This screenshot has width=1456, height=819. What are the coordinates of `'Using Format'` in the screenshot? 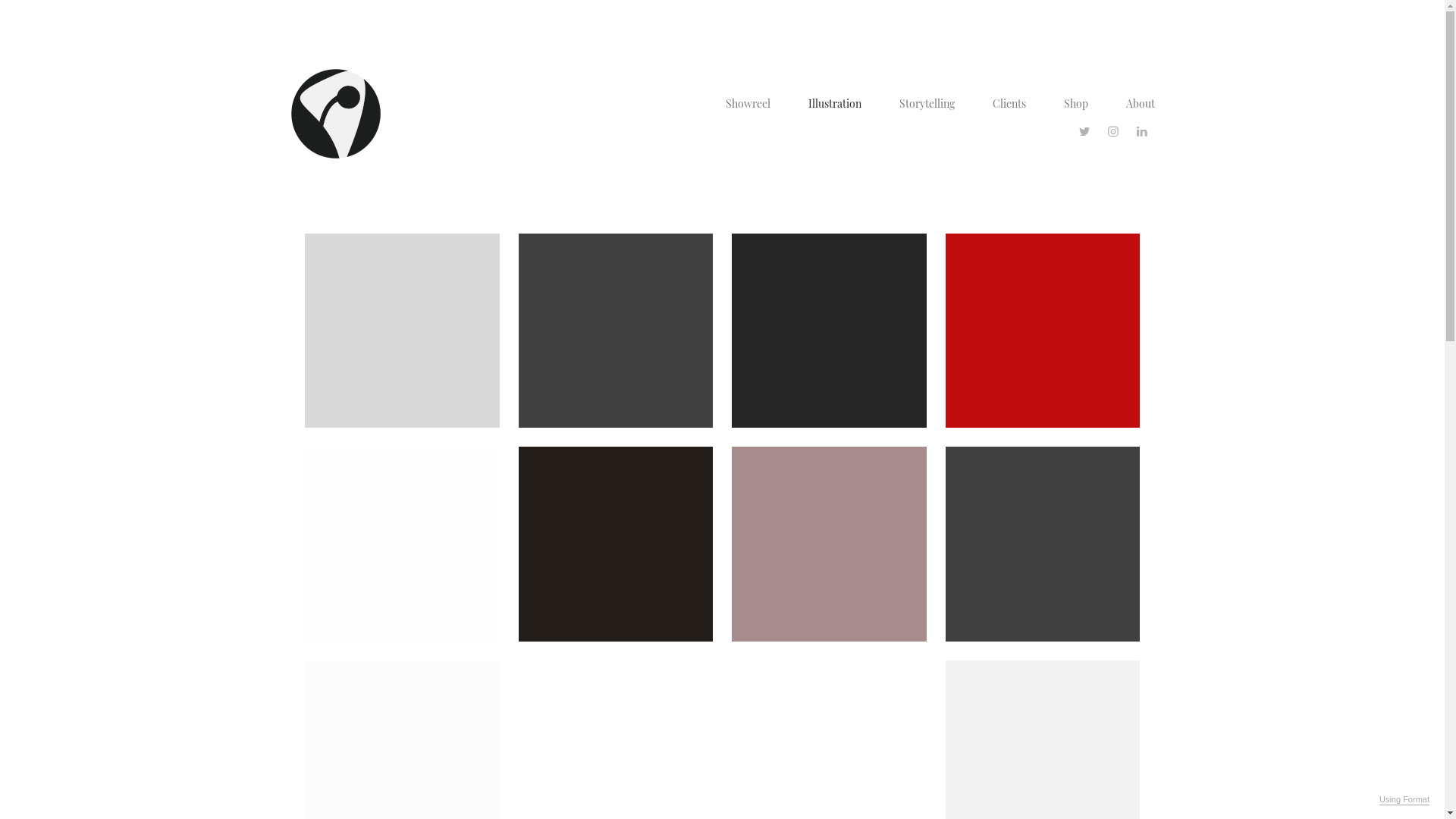 It's located at (1404, 799).